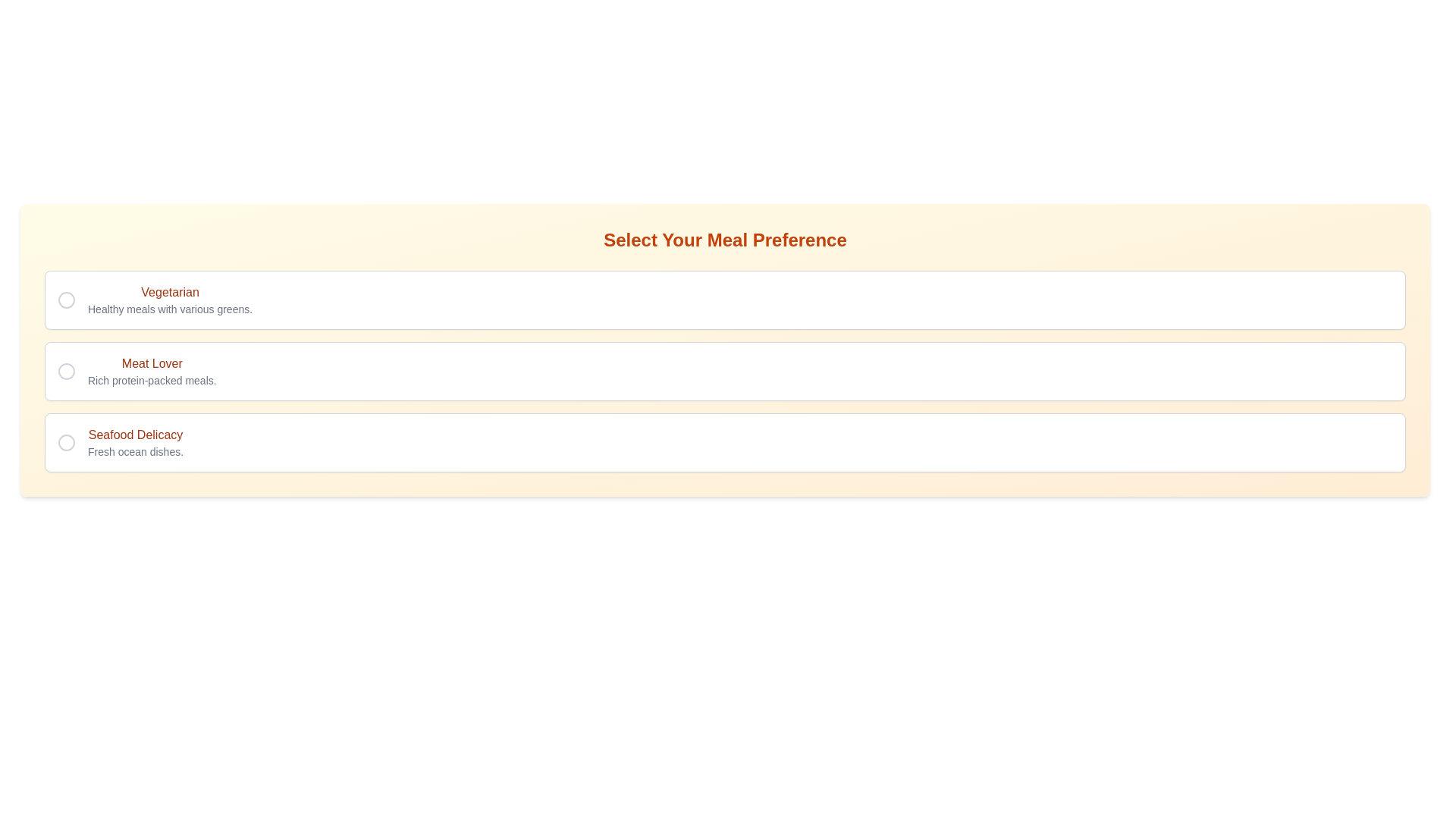 The width and height of the screenshot is (1456, 819). What do you see at coordinates (724, 442) in the screenshot?
I see `the selectable card representing seafood dishes, which is the third option in a vertical list of meal preferences` at bounding box center [724, 442].